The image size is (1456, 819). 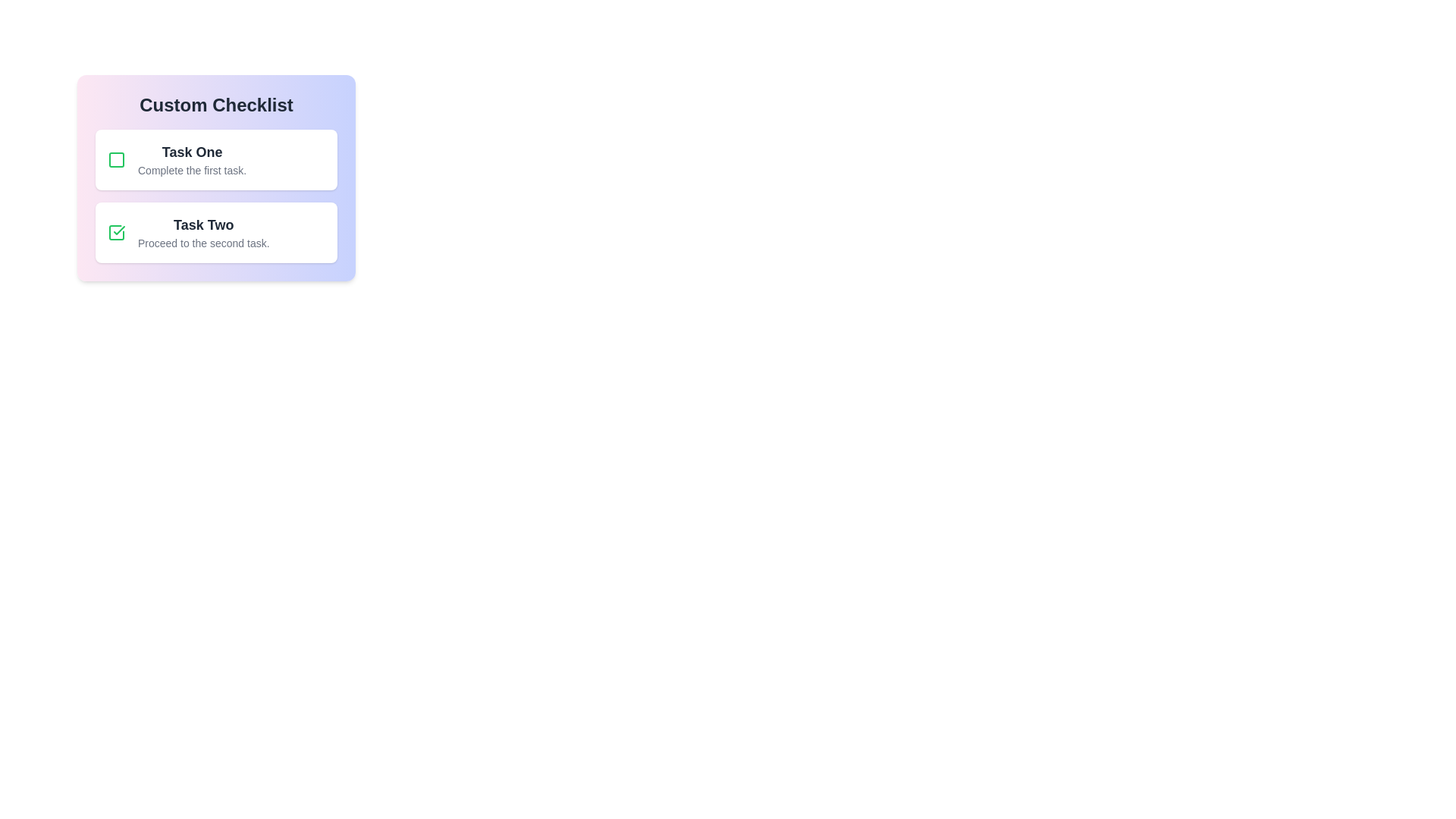 What do you see at coordinates (191, 160) in the screenshot?
I see `text content of the textual display for 'Task One' and 'Complete the first task.' located beneath the title 'Custom Checklist'` at bounding box center [191, 160].